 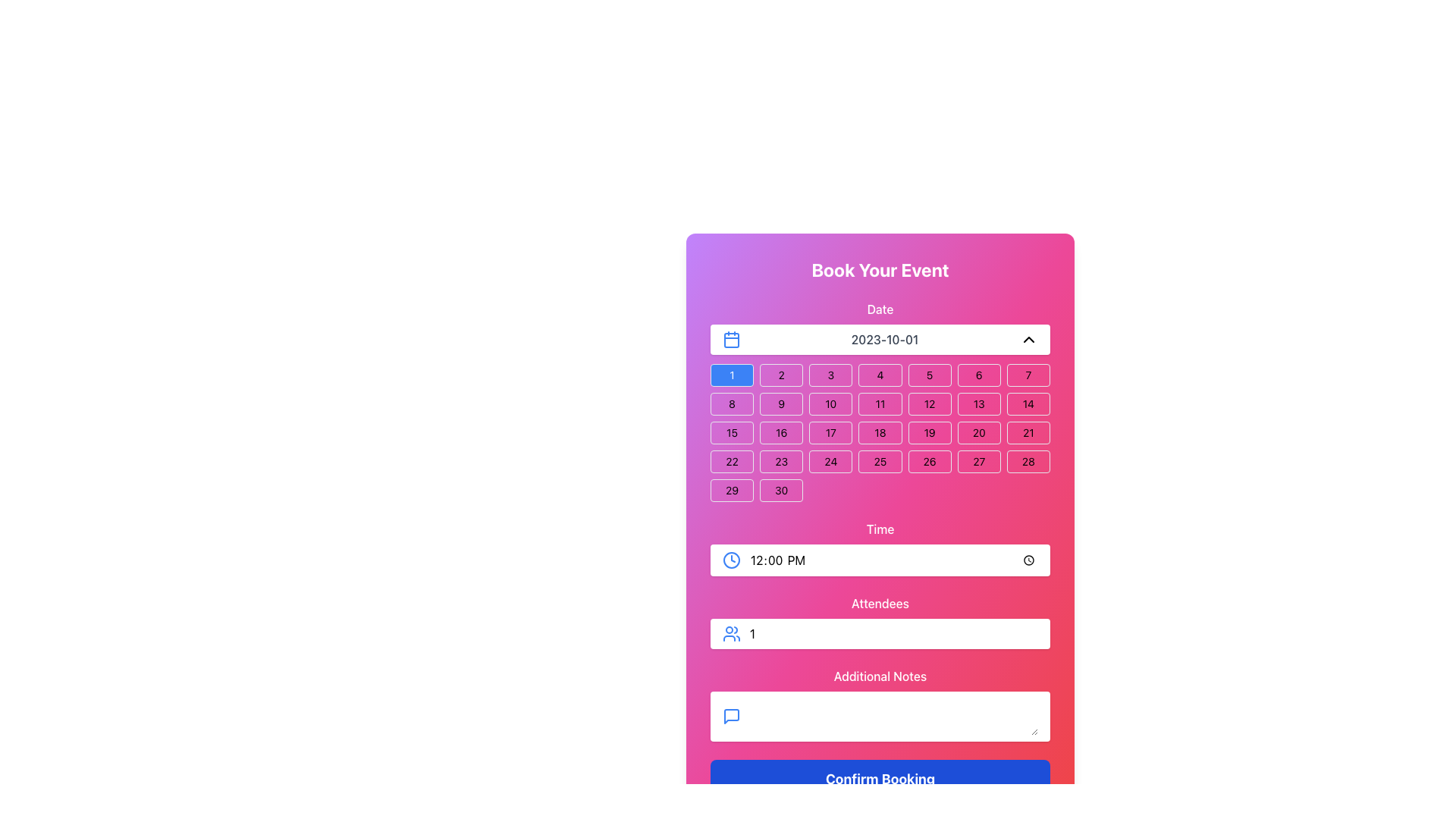 I want to click on the button labeled '4' in the date selection section of the calendar interface, so click(x=880, y=375).